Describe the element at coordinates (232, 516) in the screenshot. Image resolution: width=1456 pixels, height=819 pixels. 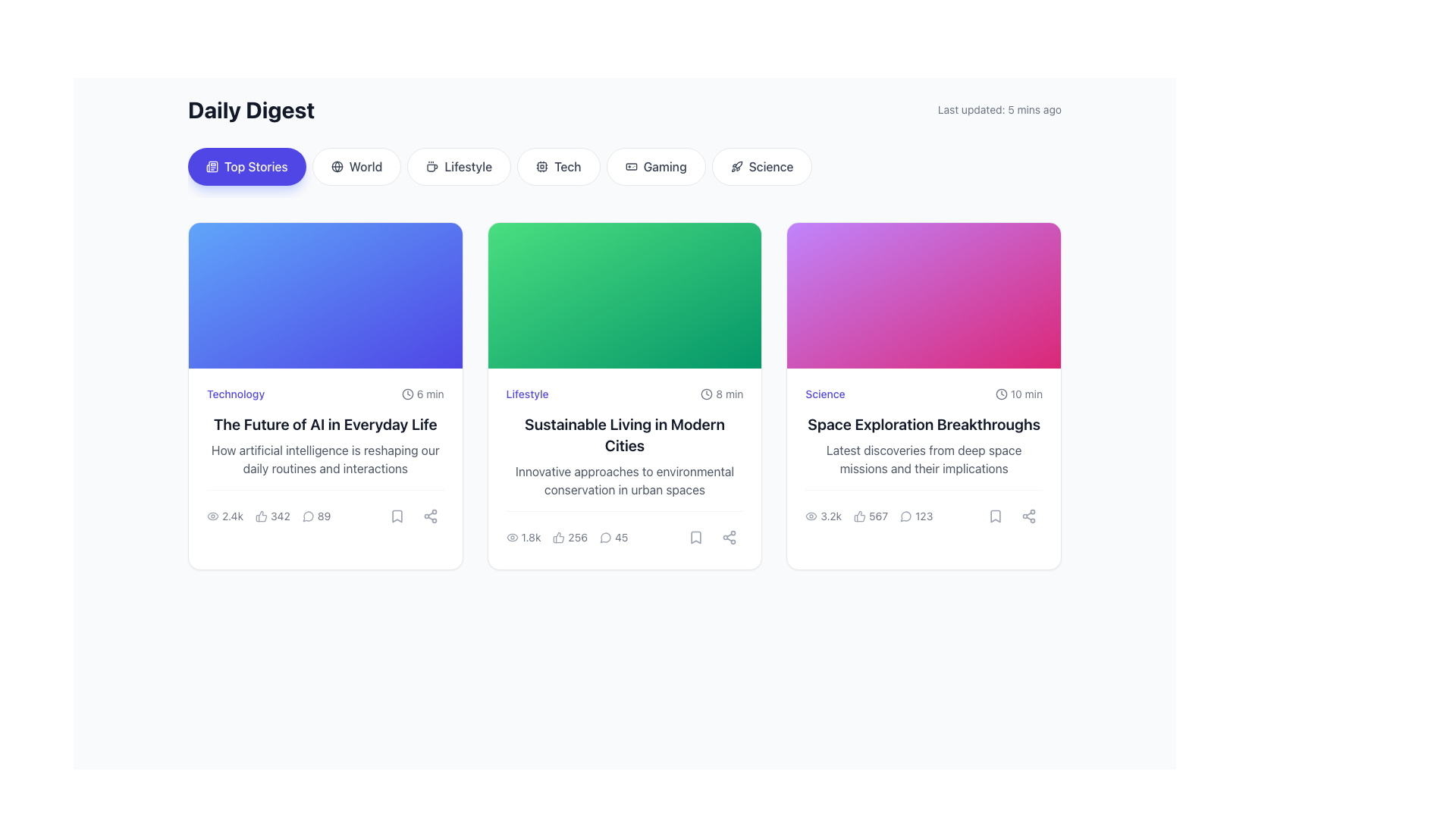
I see `the Text Label that shows the numerical count of views, located at the bottom left corner of the first card in the top stories section, adjacent to the eye icon` at that location.